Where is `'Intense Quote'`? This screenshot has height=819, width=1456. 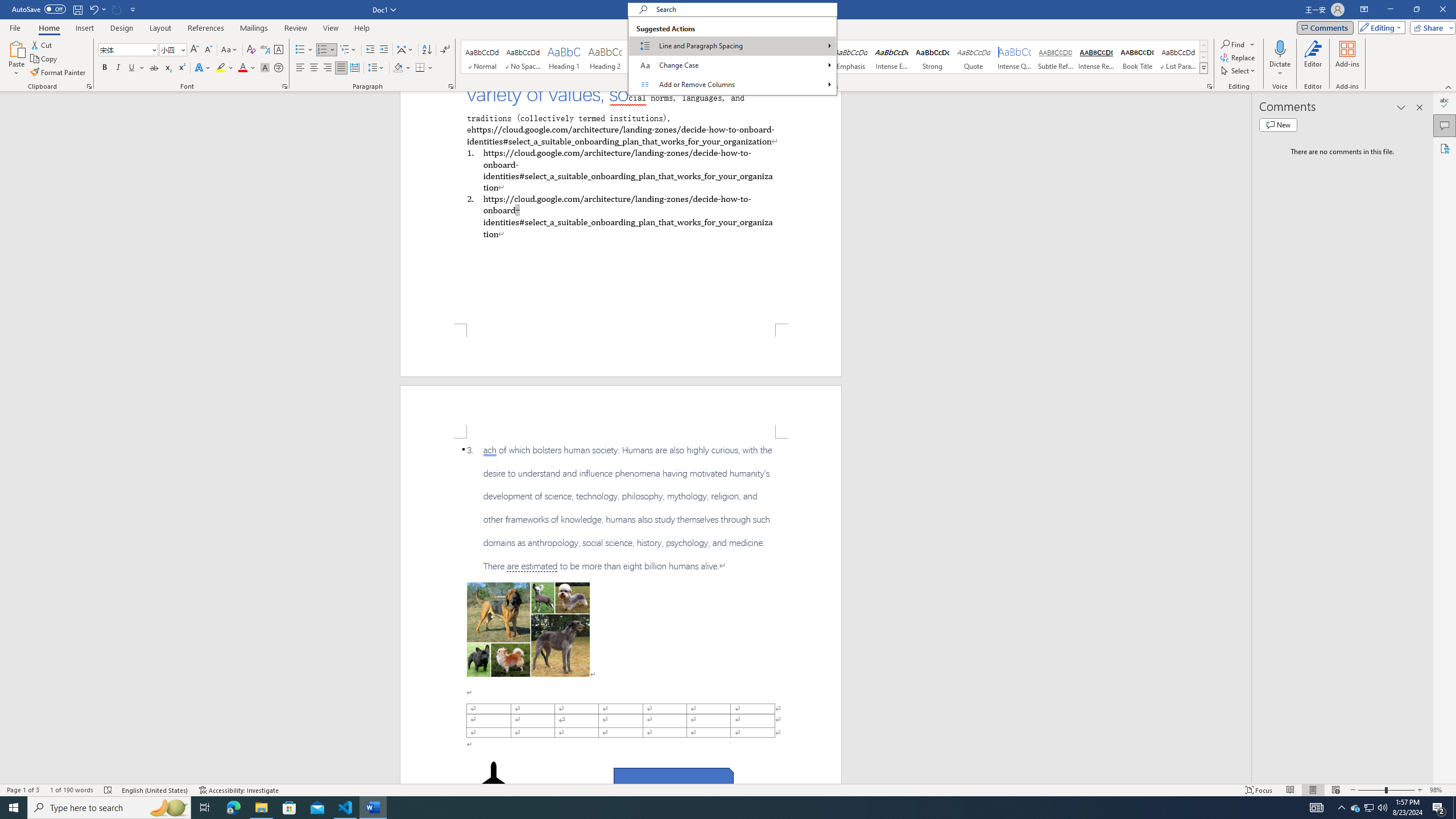 'Intense Quote' is located at coordinates (1015, 56).